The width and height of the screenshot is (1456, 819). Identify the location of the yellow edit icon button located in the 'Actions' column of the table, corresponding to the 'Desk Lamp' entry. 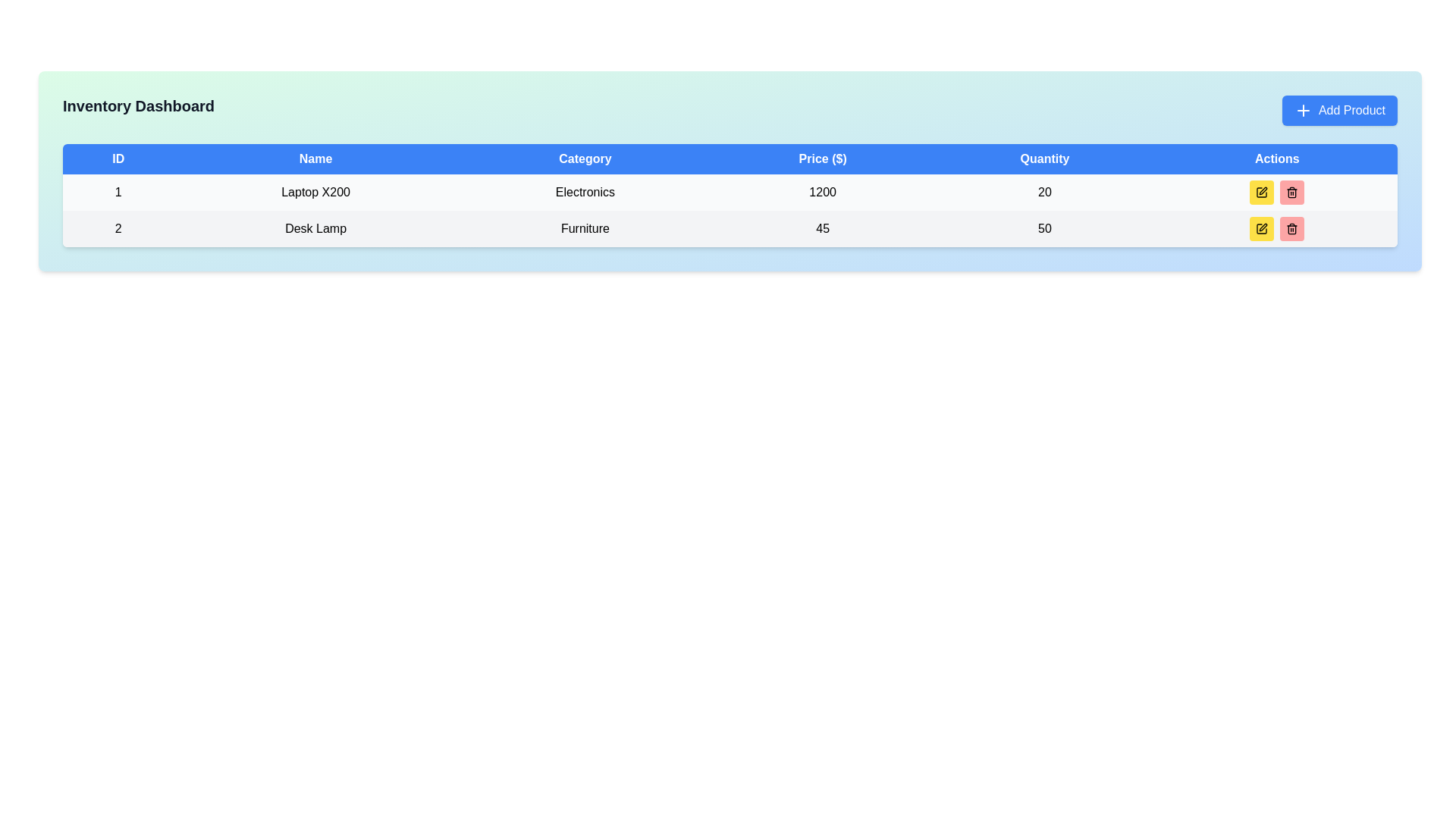
(1262, 192).